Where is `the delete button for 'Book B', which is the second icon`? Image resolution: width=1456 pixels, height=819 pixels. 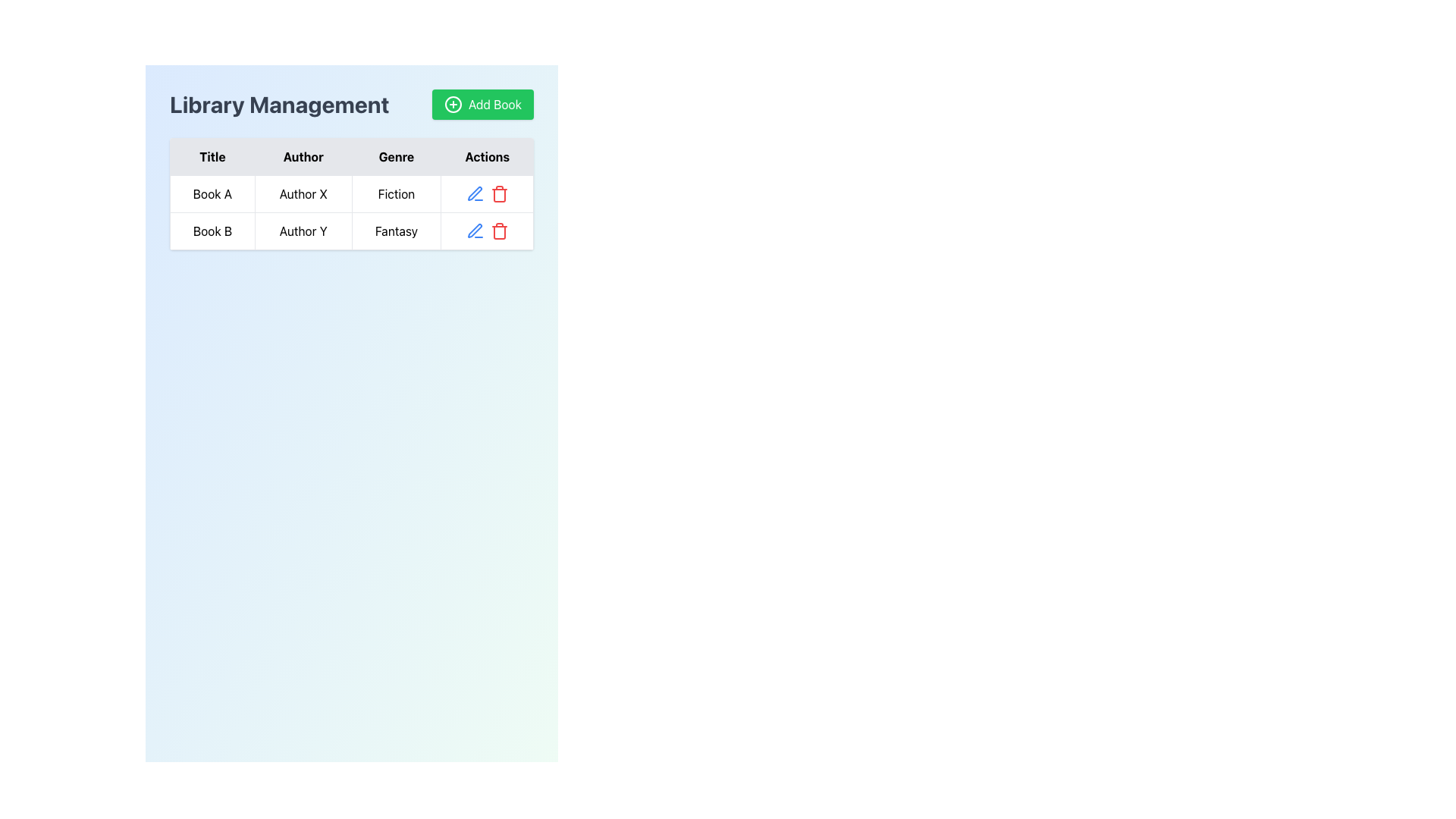
the delete button for 'Book B', which is the second icon is located at coordinates (499, 231).